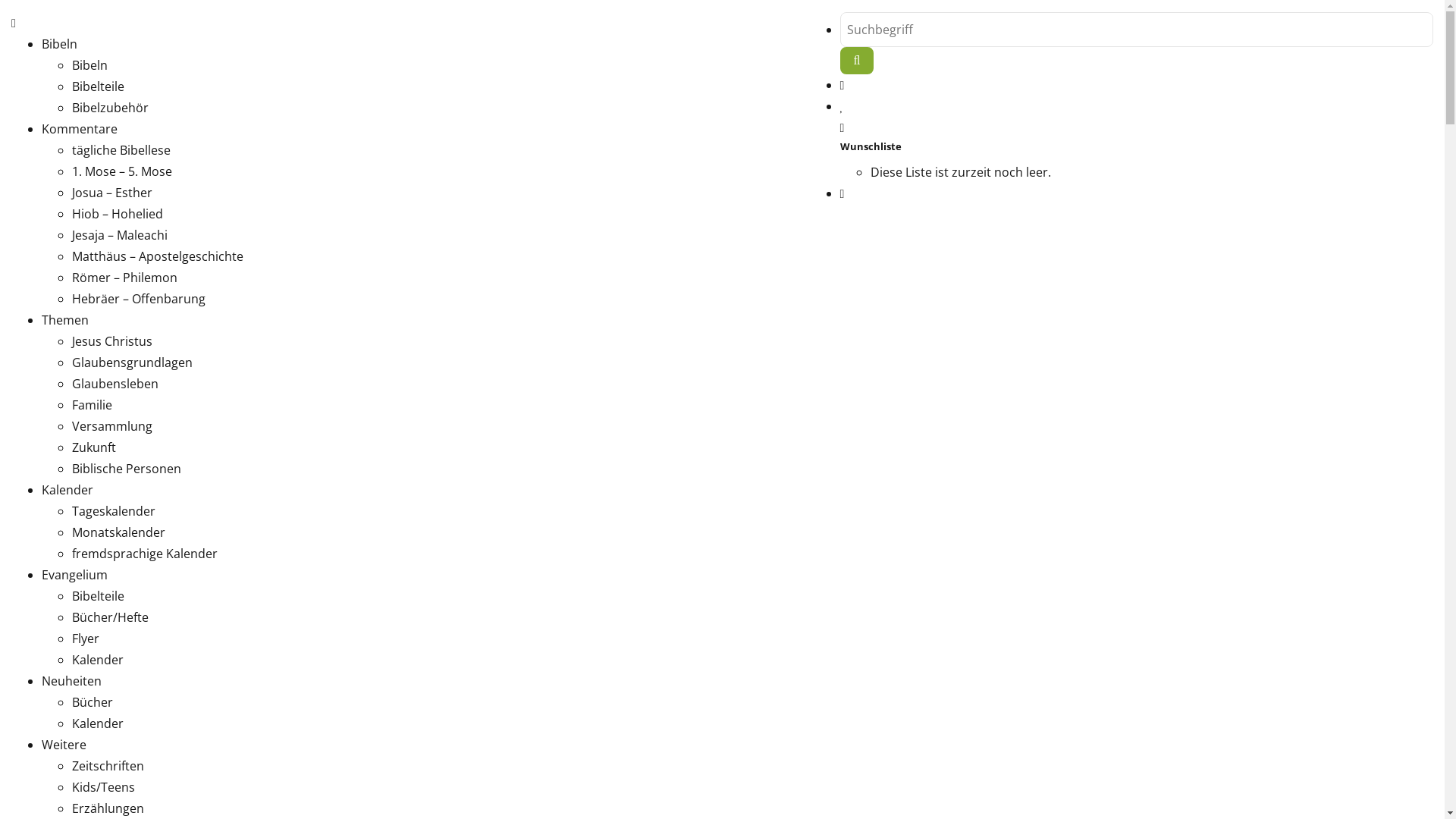 The width and height of the screenshot is (1456, 819). Describe the element at coordinates (97, 86) in the screenshot. I see `'Bibelteile'` at that location.